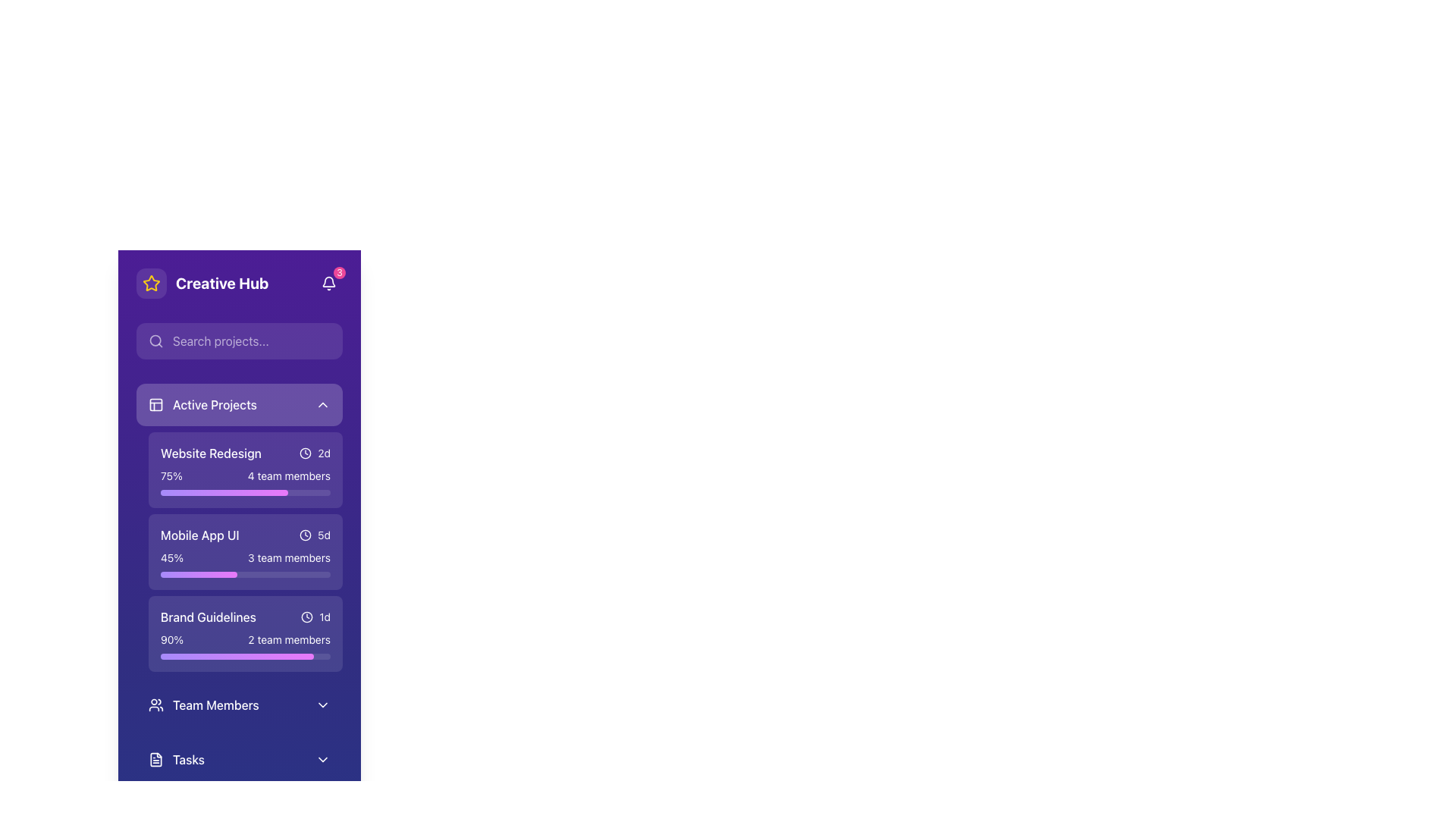 This screenshot has height=819, width=1456. What do you see at coordinates (246, 575) in the screenshot?
I see `the Progress Bar that indicates 45% completion for the 'Mobile App UI' project, located under 'Active Projects'` at bounding box center [246, 575].